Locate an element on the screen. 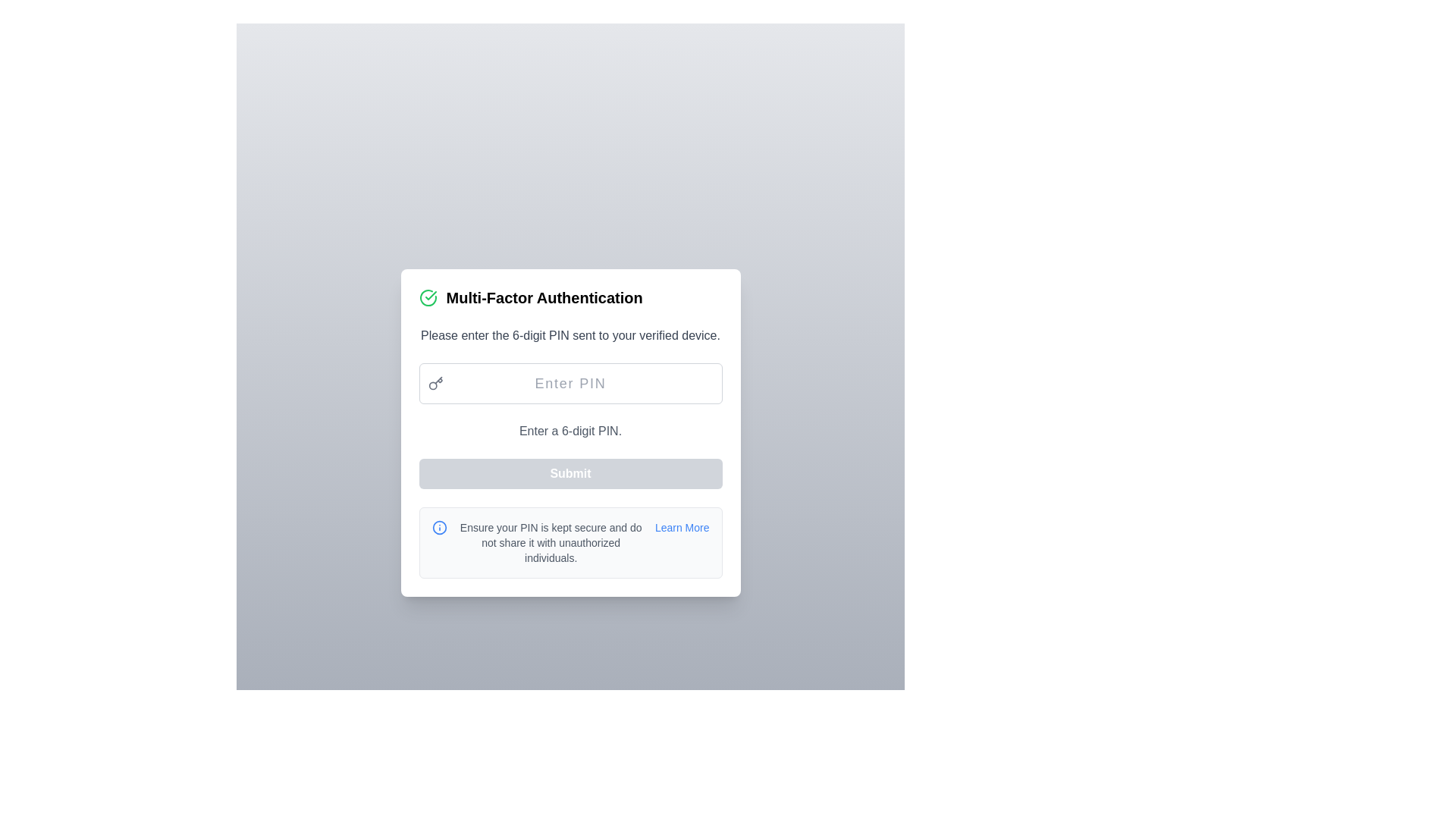 The width and height of the screenshot is (1456, 819). the blue circular shape of the informational icon located at the top-left corner of the authentication form section is located at coordinates (438, 526).